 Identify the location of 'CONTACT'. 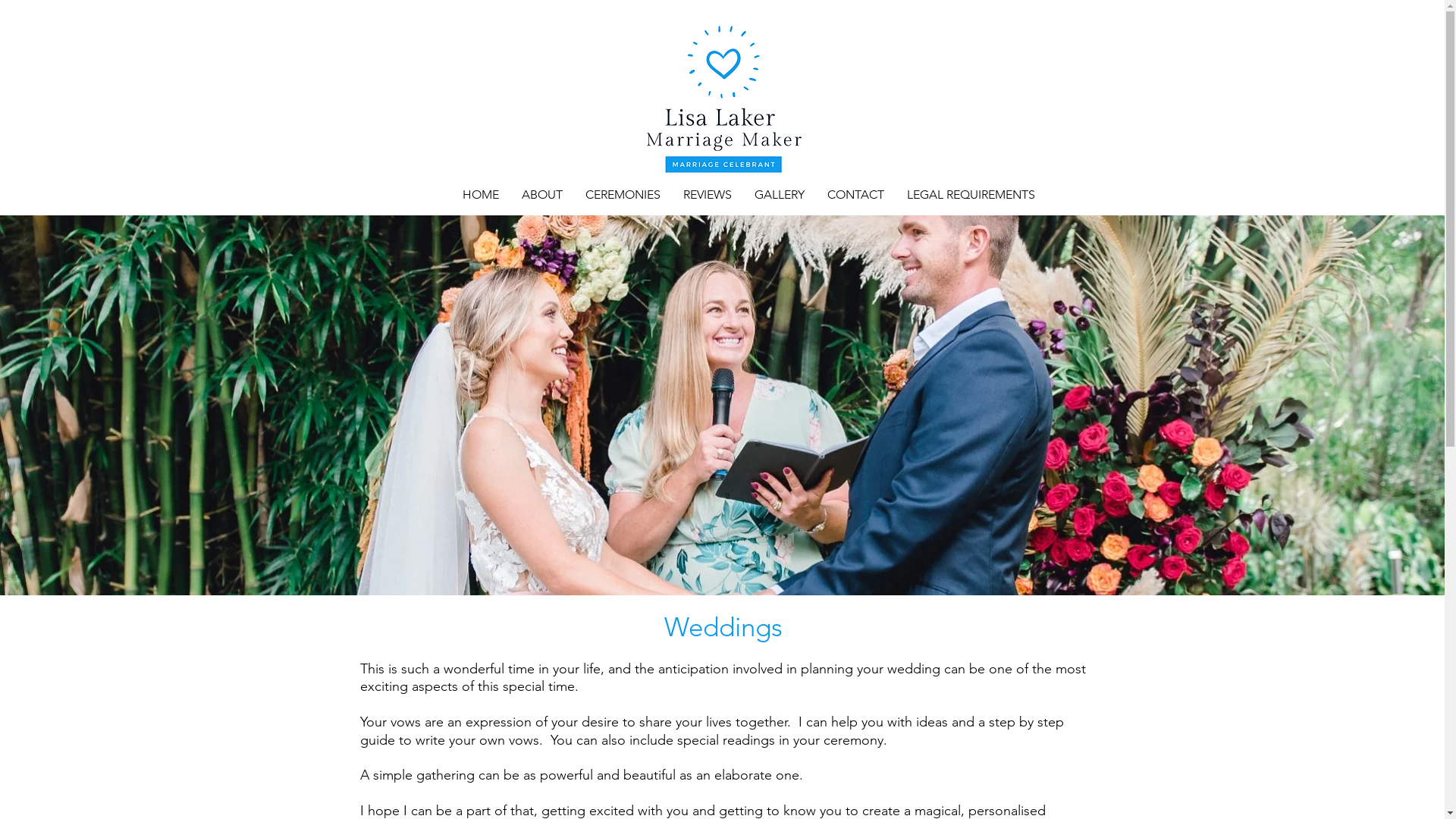
(814, 194).